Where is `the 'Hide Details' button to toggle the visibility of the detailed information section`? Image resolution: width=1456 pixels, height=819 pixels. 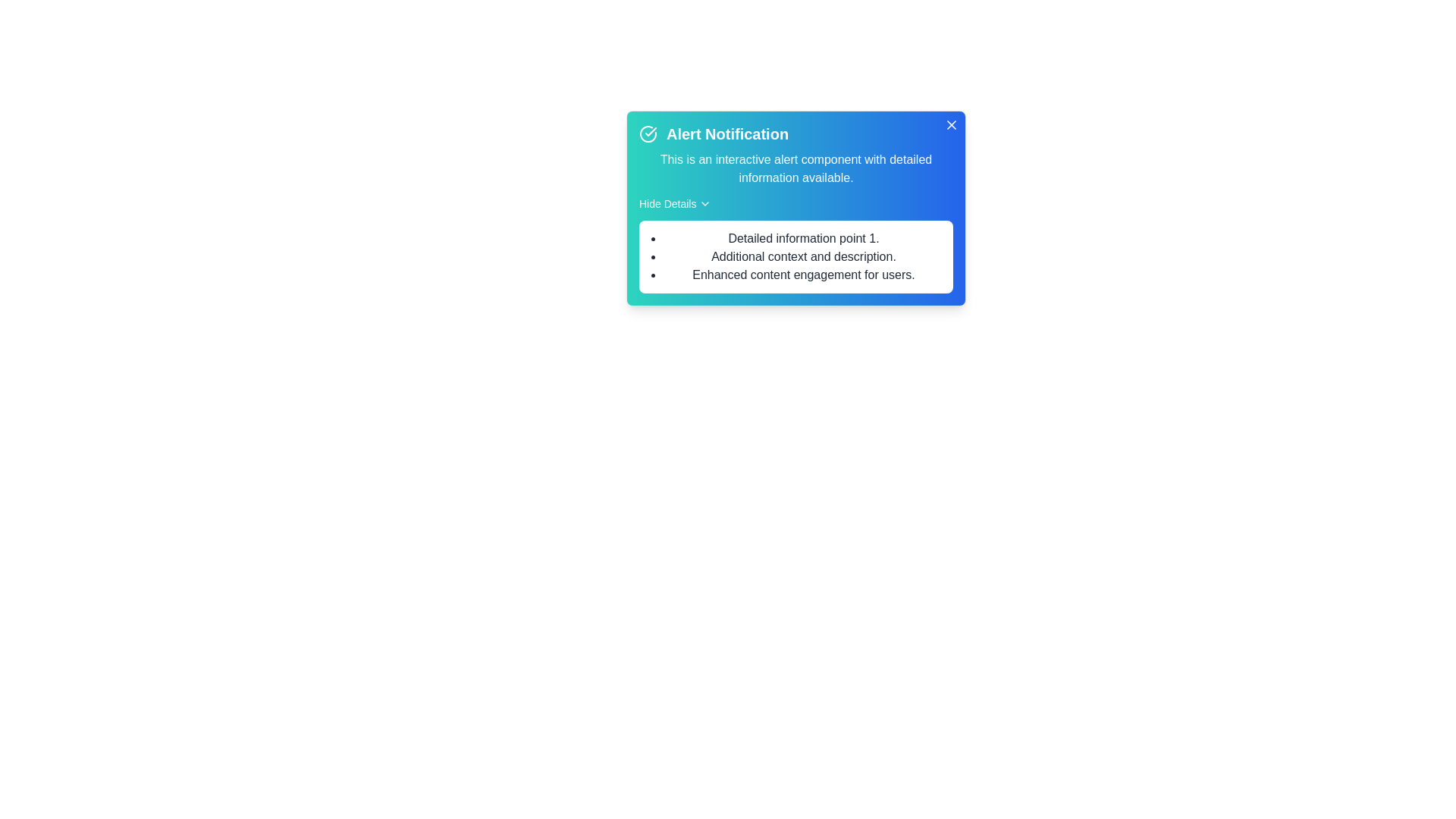
the 'Hide Details' button to toggle the visibility of the detailed information section is located at coordinates (674, 203).